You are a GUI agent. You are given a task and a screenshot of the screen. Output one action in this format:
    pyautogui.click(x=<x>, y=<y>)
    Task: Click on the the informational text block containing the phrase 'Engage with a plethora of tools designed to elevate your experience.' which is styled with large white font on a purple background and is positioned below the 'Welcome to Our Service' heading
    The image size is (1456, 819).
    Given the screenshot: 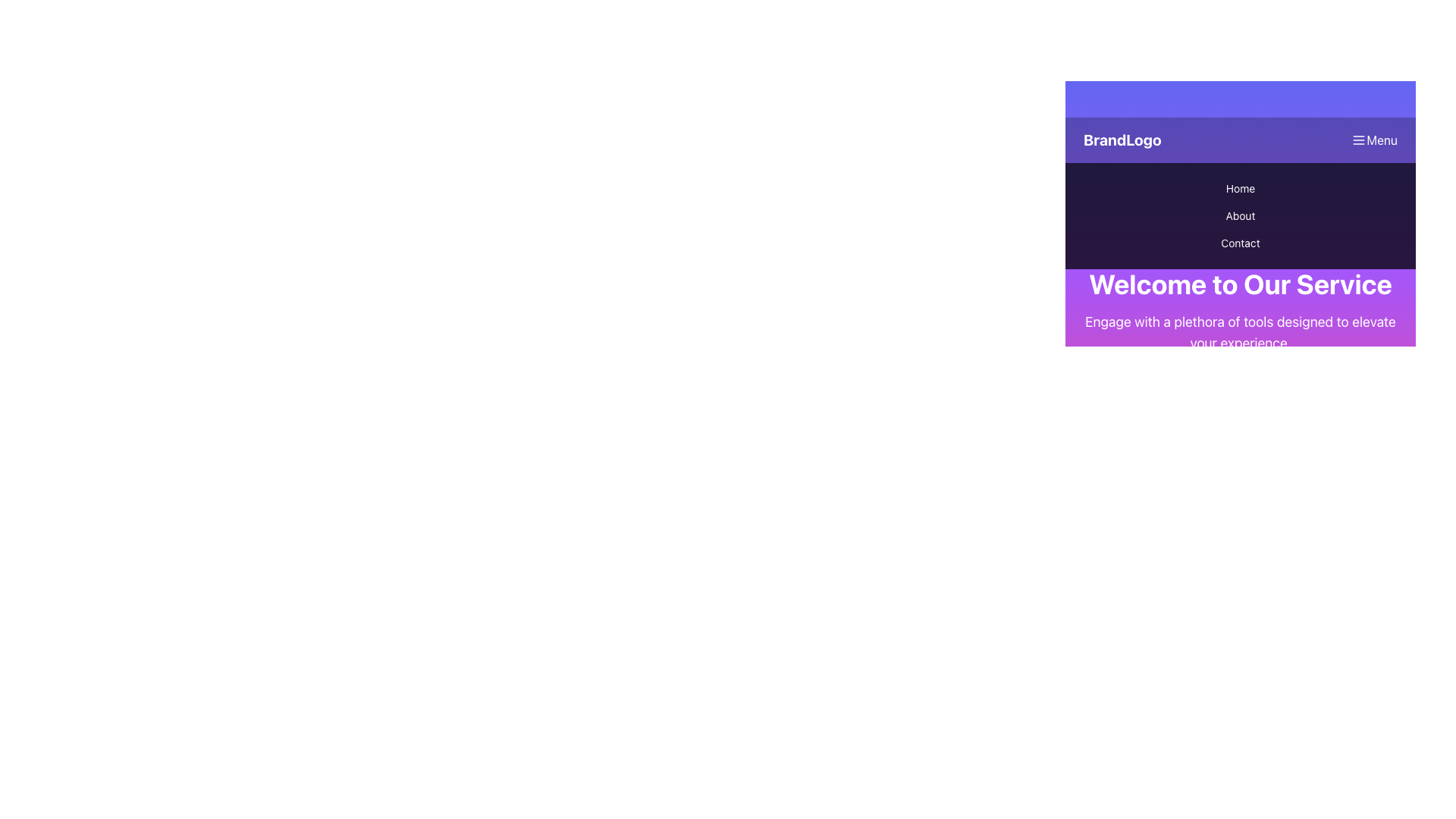 What is the action you would take?
    pyautogui.click(x=1241, y=332)
    